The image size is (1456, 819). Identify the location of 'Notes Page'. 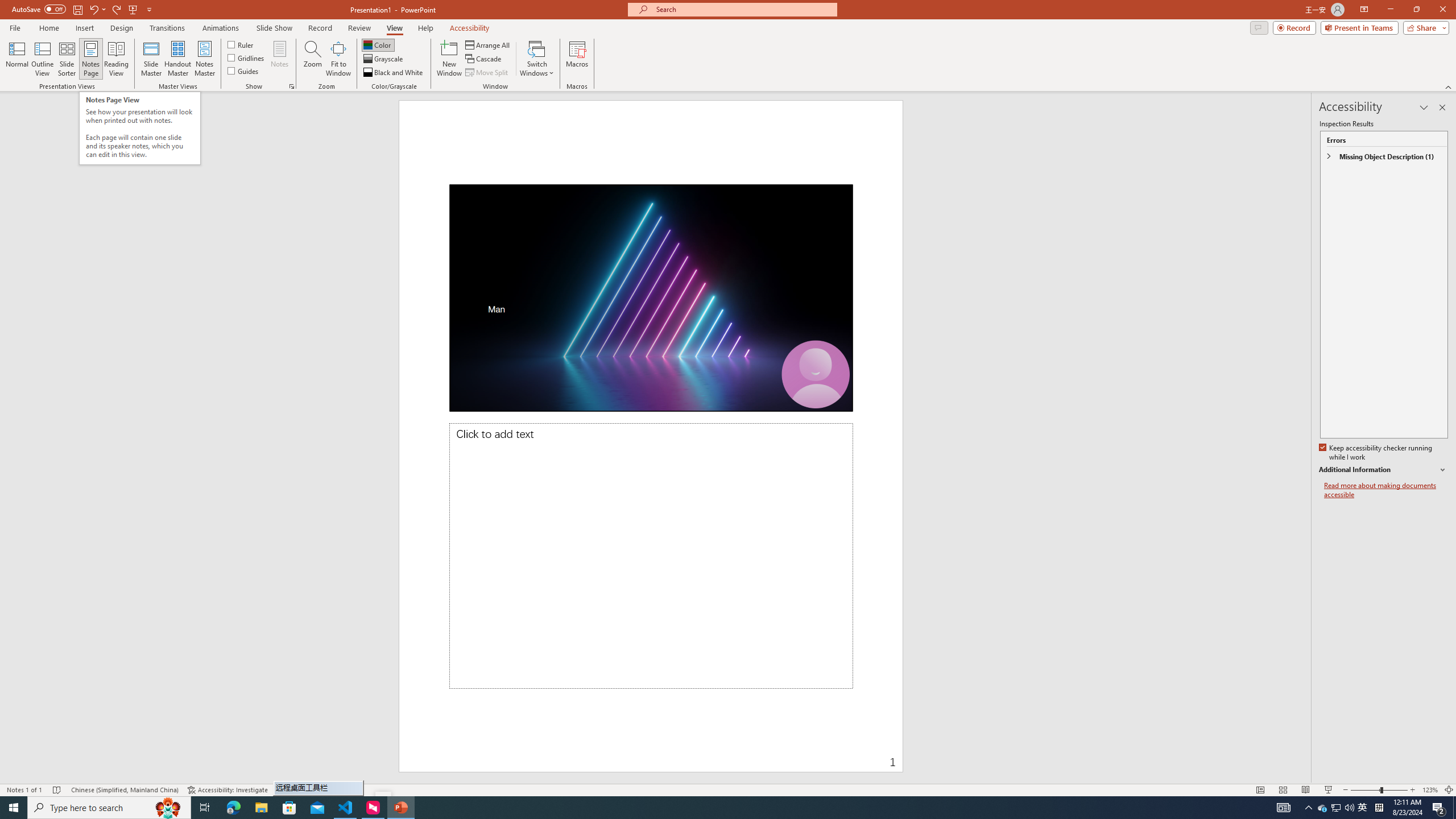
(90, 59).